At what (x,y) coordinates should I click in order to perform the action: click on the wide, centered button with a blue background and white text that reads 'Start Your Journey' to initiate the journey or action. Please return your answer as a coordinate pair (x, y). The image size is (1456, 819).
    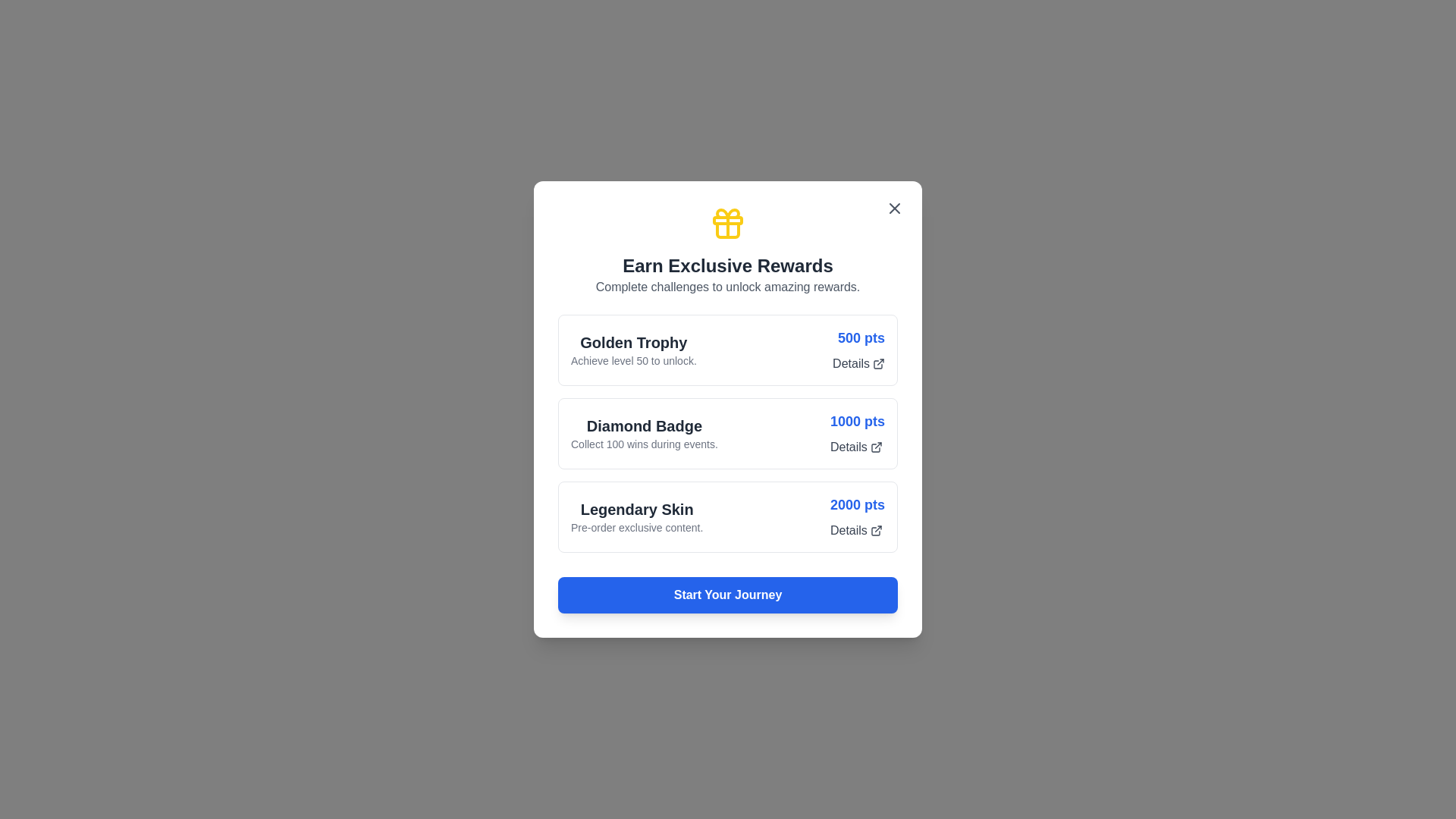
    Looking at the image, I should click on (728, 595).